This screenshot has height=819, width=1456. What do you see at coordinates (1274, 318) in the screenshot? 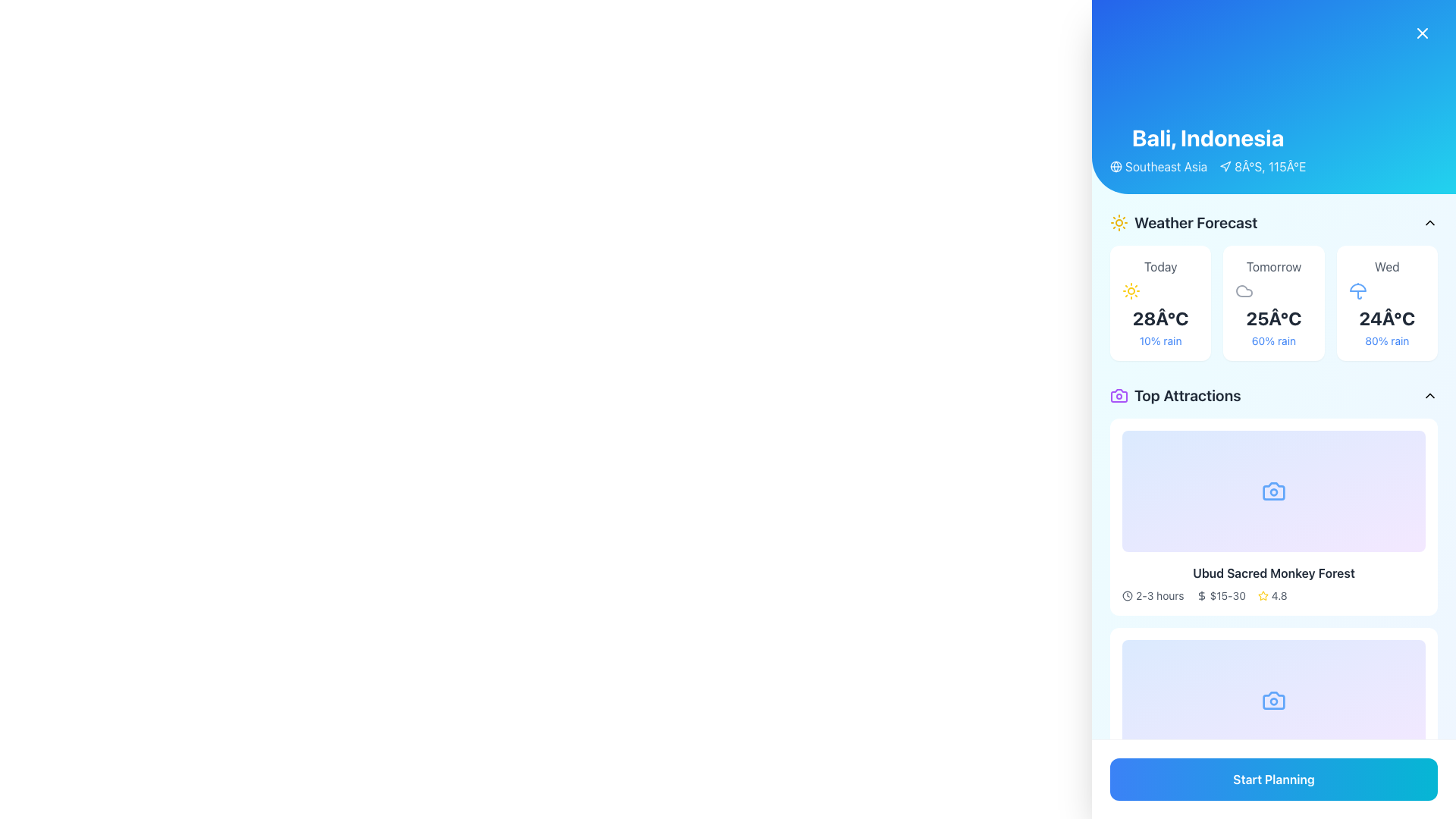
I see `the Static Text Label displaying '25Â°C', which is located in the middle portion of the 'Tomorrow' card in the Weather Forecast section` at bounding box center [1274, 318].